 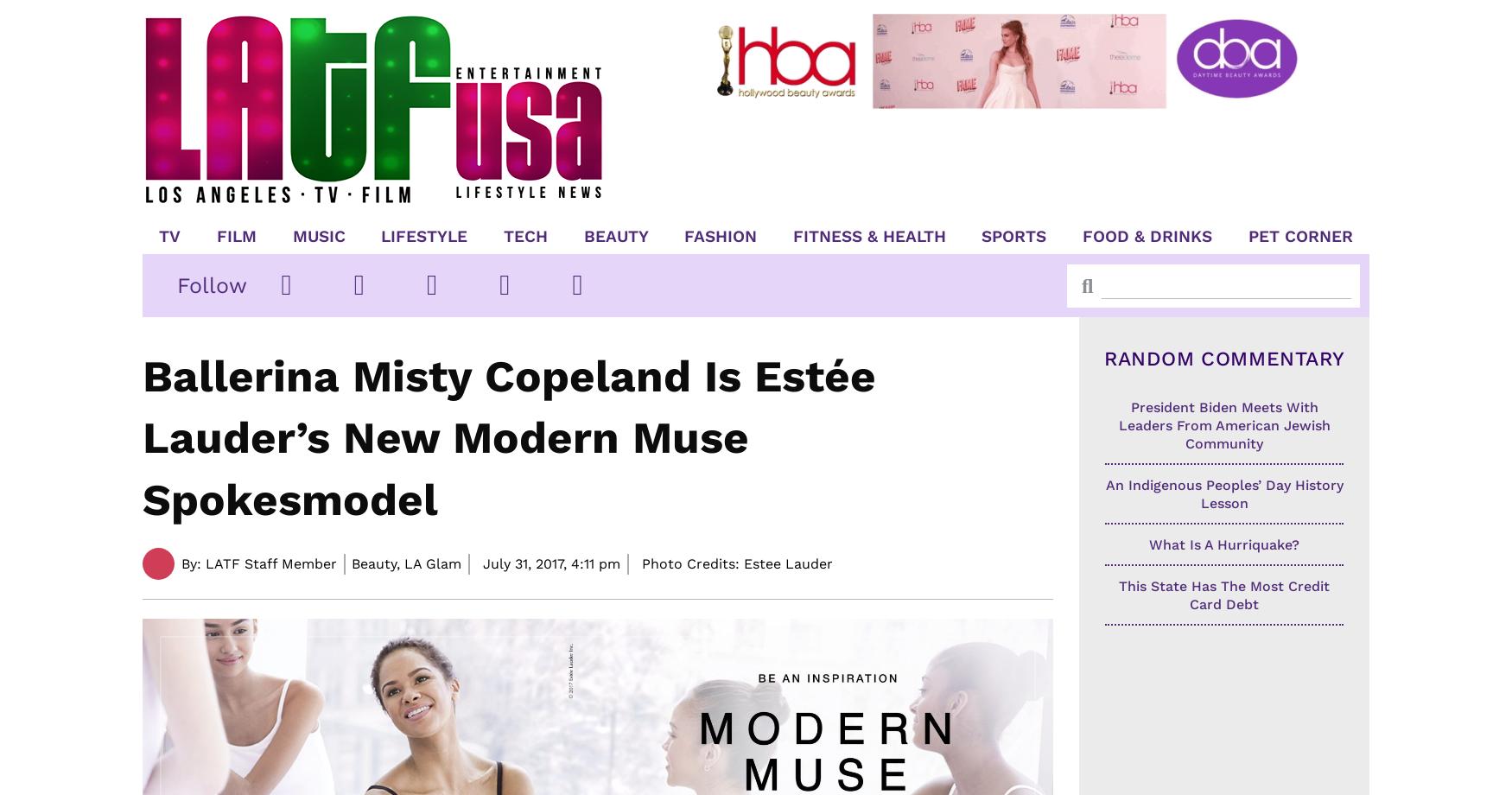 What do you see at coordinates (1223, 493) in the screenshot?
I see `'An Indigenous Peoples’ Day History Lesson'` at bounding box center [1223, 493].